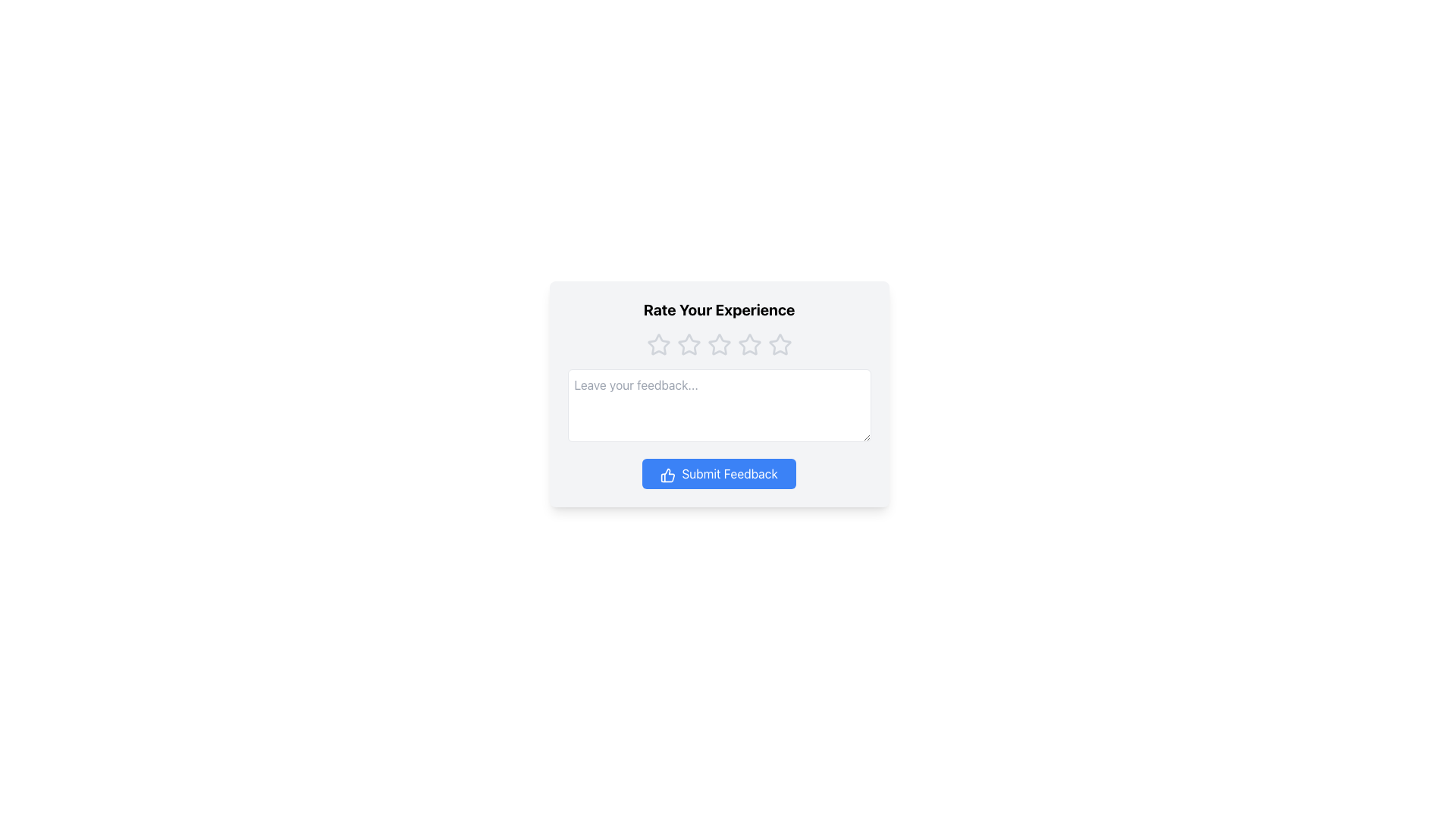 This screenshot has height=819, width=1456. I want to click on the first star icon in the star-based rating system, so click(658, 344).